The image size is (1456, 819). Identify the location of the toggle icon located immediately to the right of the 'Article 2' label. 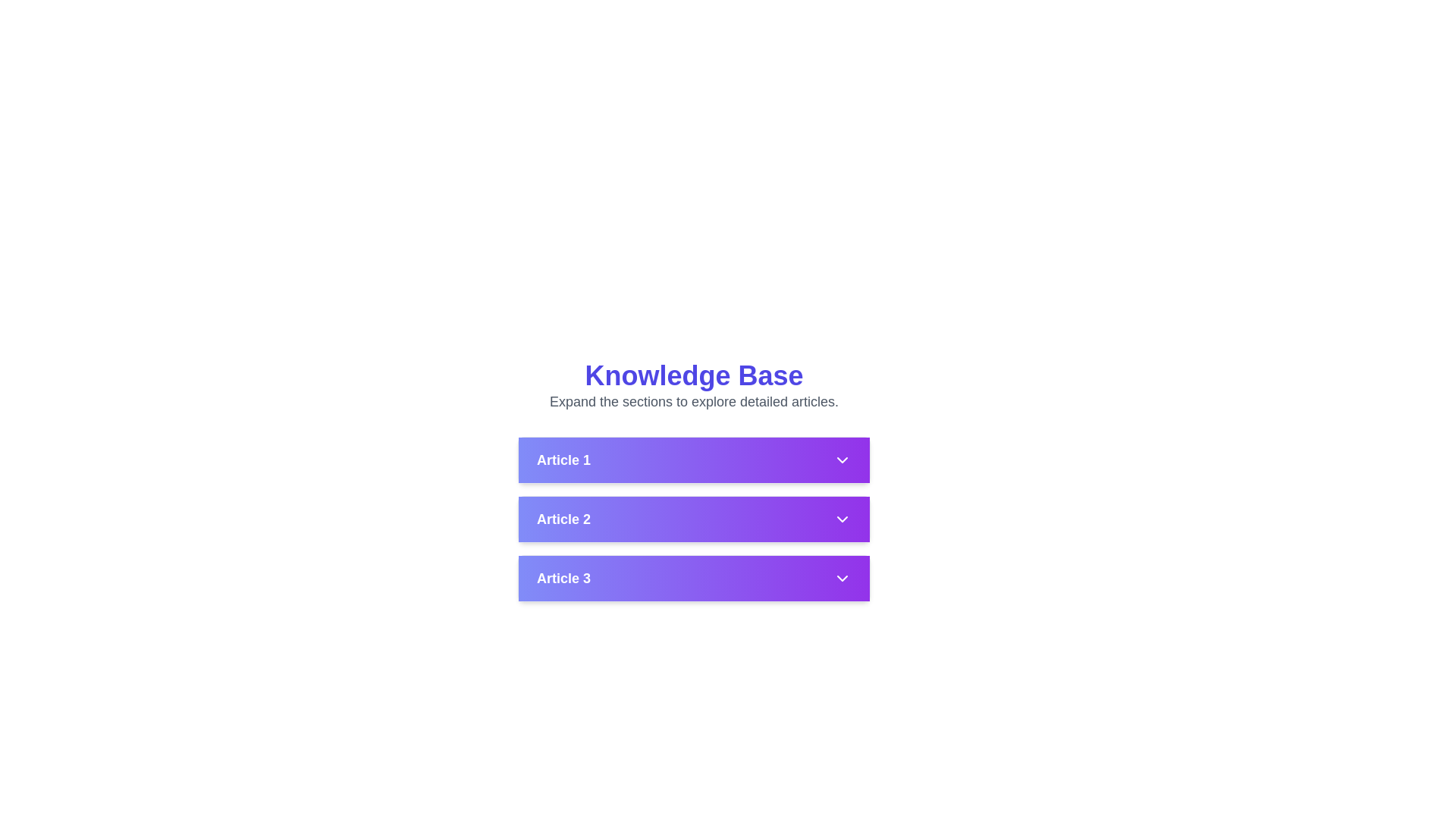
(841, 519).